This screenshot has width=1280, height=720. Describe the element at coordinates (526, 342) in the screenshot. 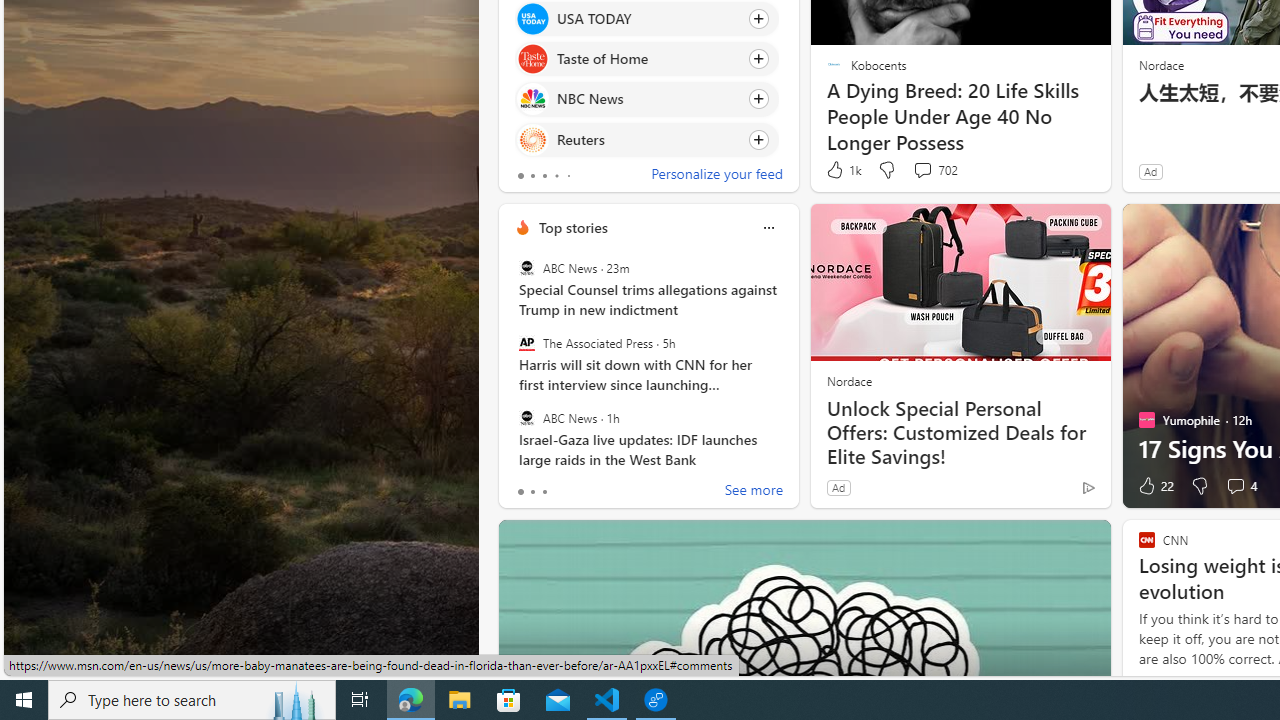

I see `'The Associated Press'` at that location.